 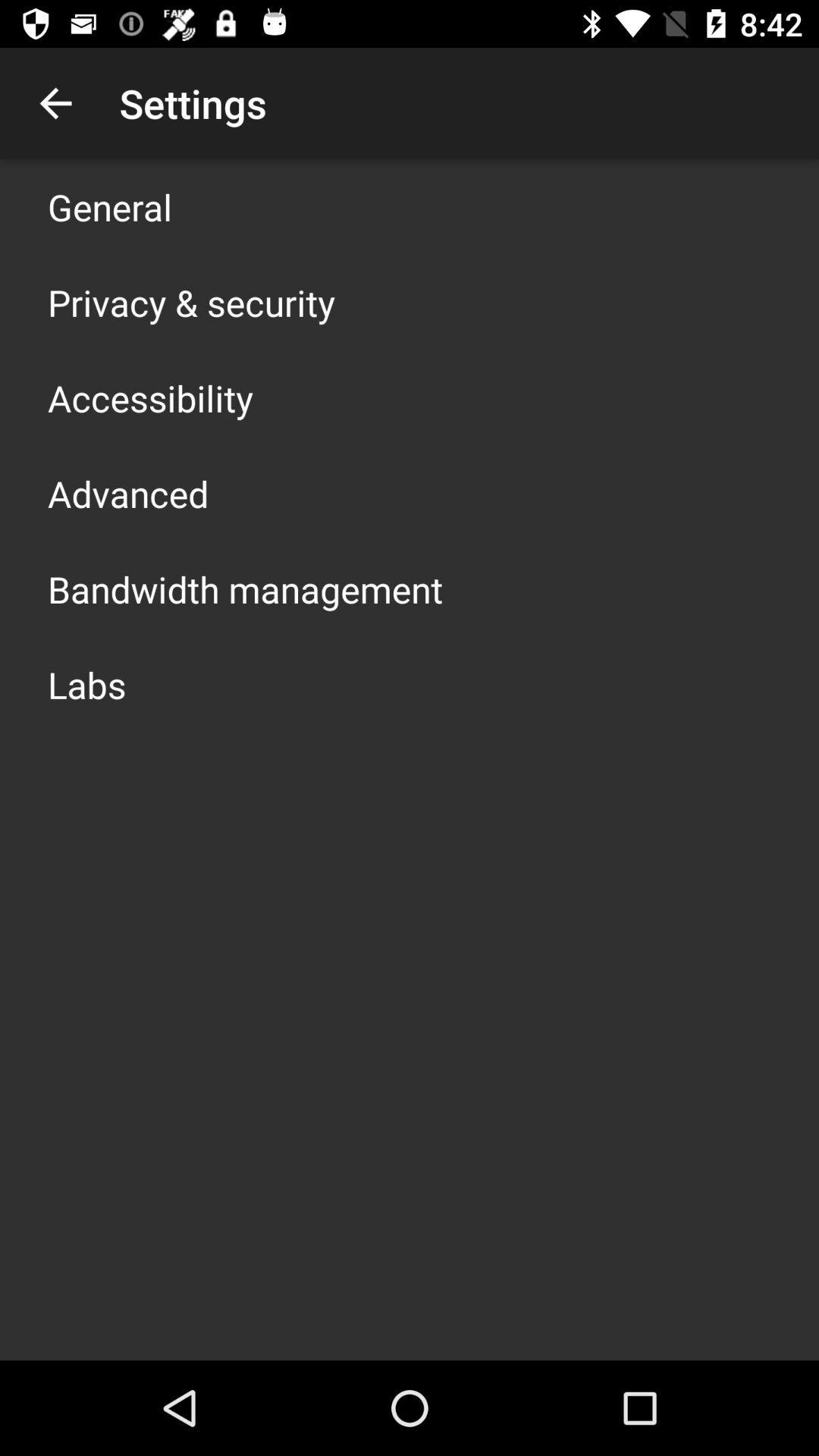 What do you see at coordinates (244, 588) in the screenshot?
I see `bandwidth management item` at bounding box center [244, 588].